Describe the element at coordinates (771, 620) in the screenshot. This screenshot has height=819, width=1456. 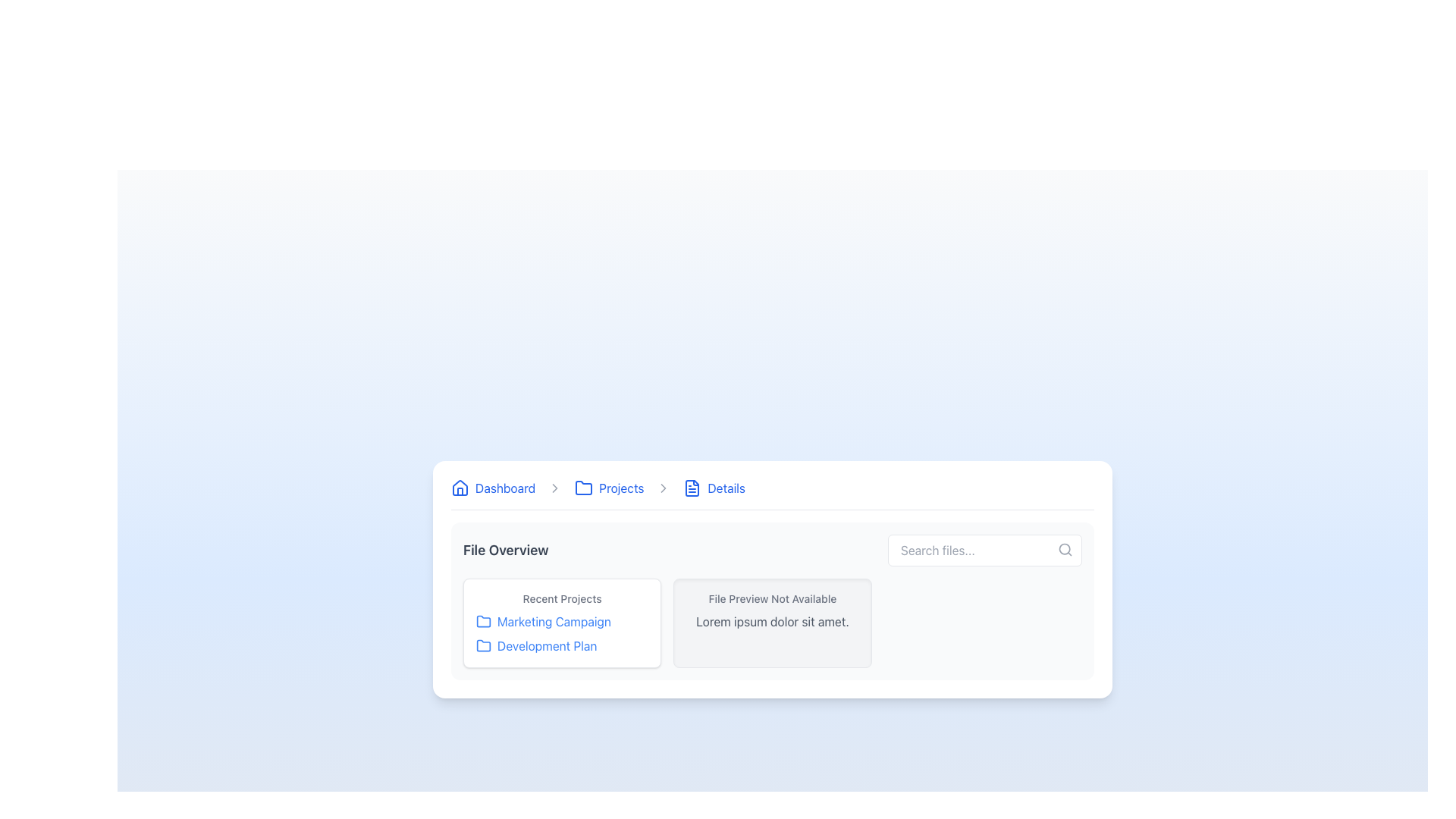
I see `the text area indicating 'File Preview Not Available' within the File Overview section` at that location.